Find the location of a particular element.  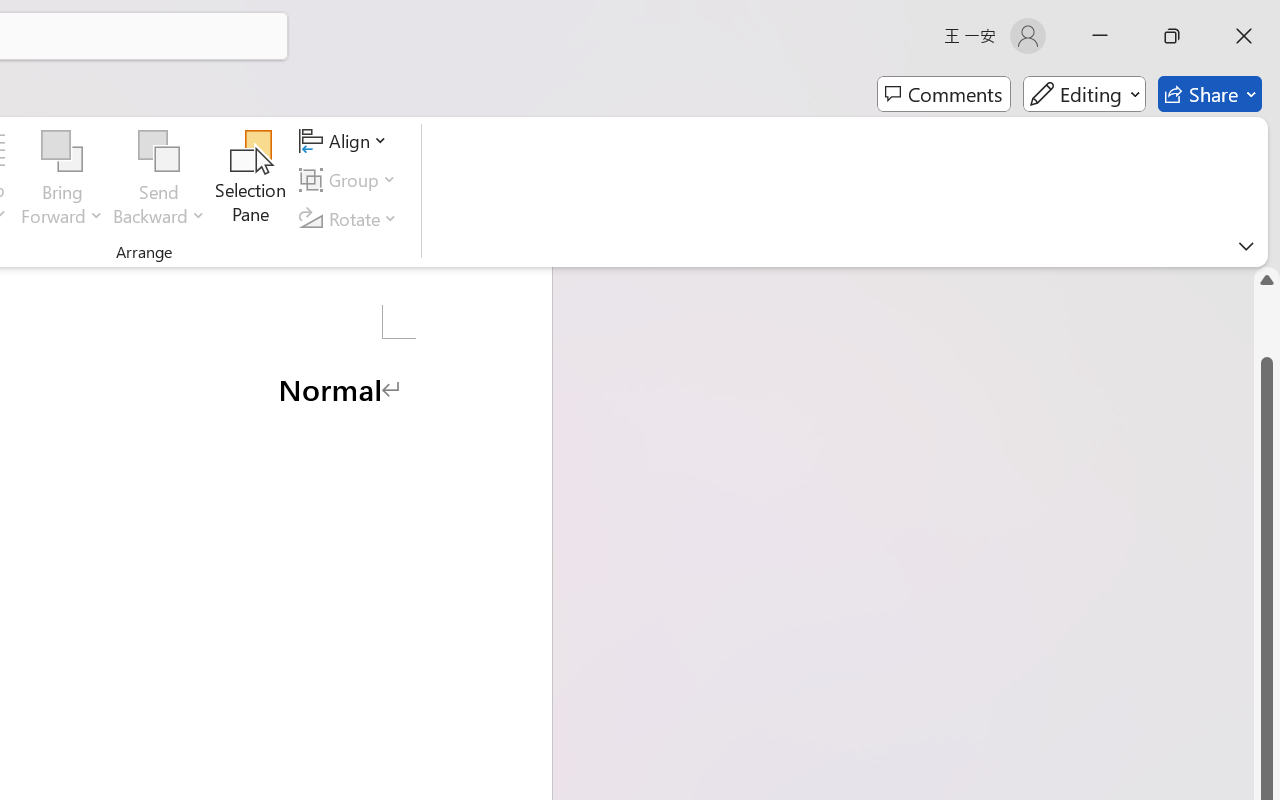

'Send Backward' is located at coordinates (158, 179).